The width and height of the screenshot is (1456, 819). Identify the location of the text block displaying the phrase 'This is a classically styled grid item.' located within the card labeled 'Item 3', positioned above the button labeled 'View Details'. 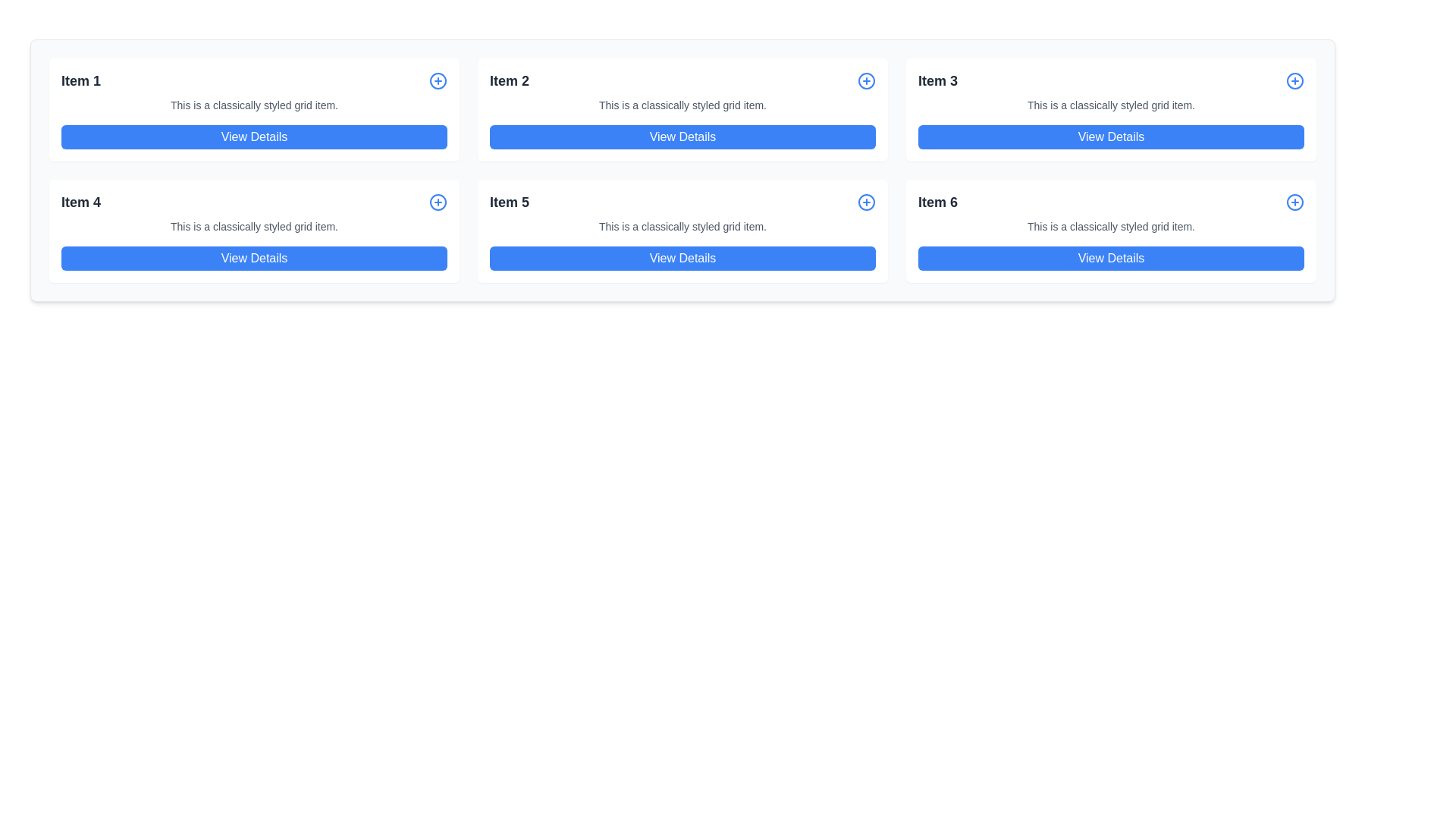
(1111, 104).